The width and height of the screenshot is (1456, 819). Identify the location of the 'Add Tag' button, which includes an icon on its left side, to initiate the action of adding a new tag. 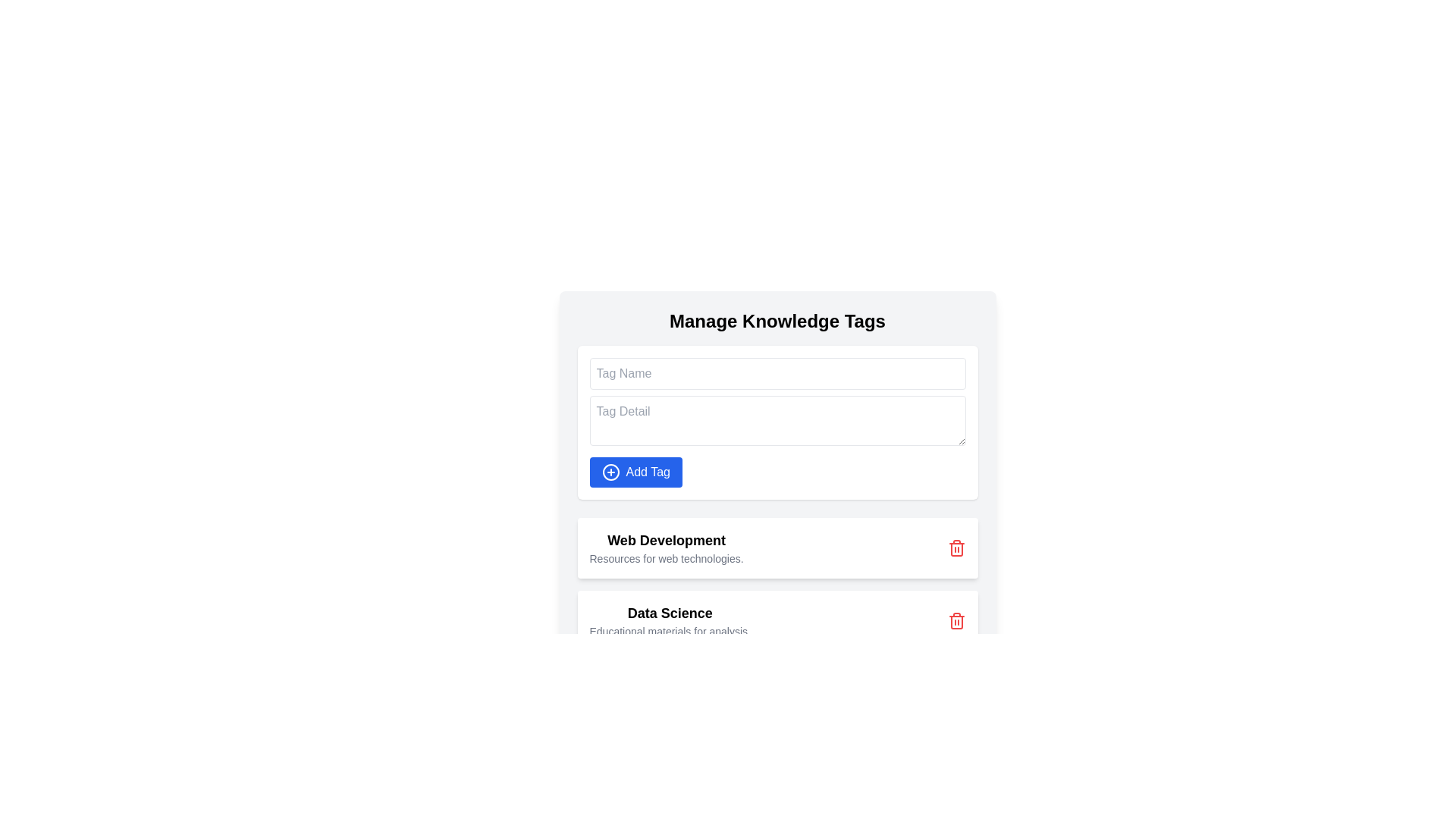
(610, 472).